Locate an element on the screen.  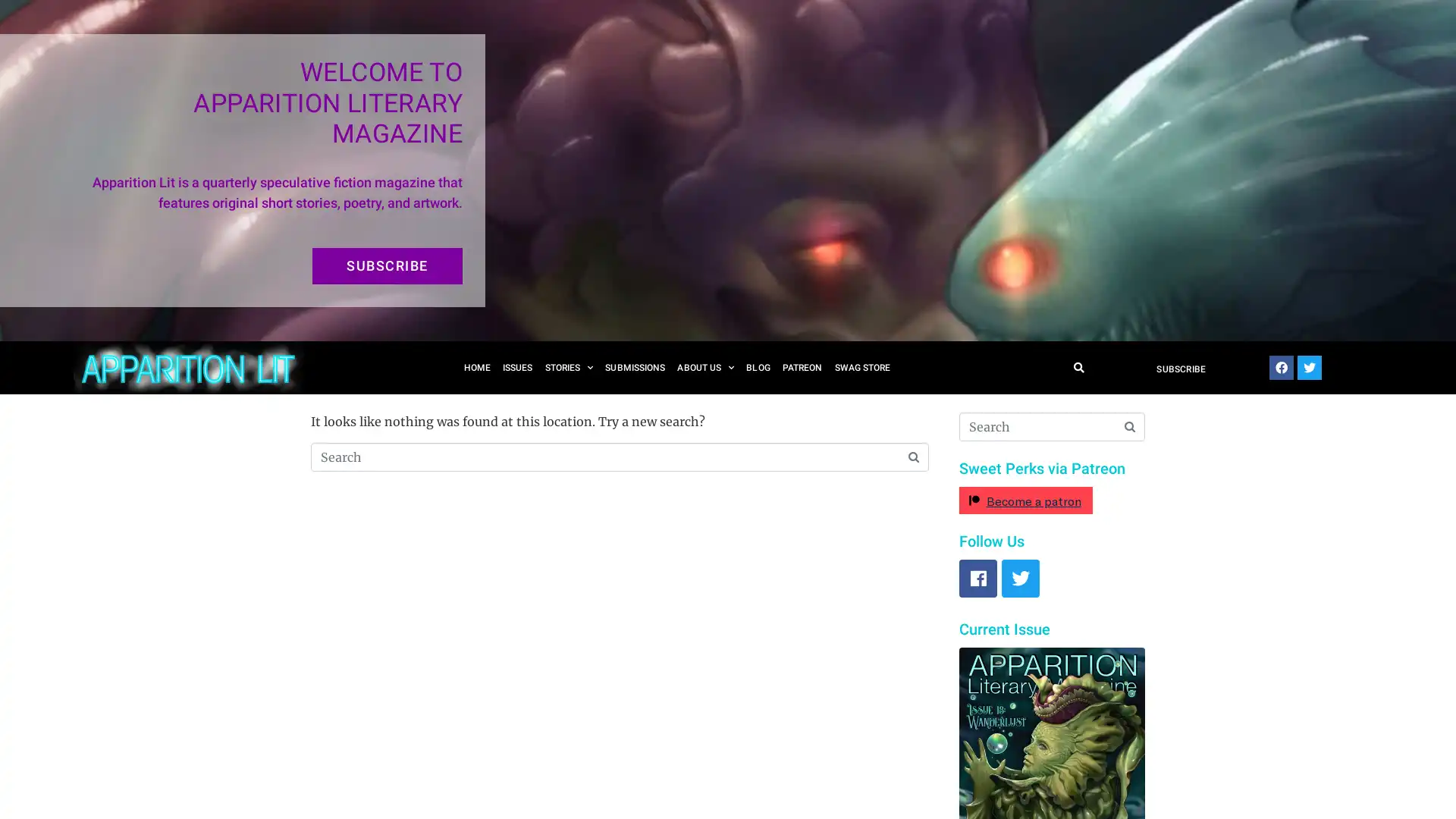
SUBSCRIBE is located at coordinates (387, 265).